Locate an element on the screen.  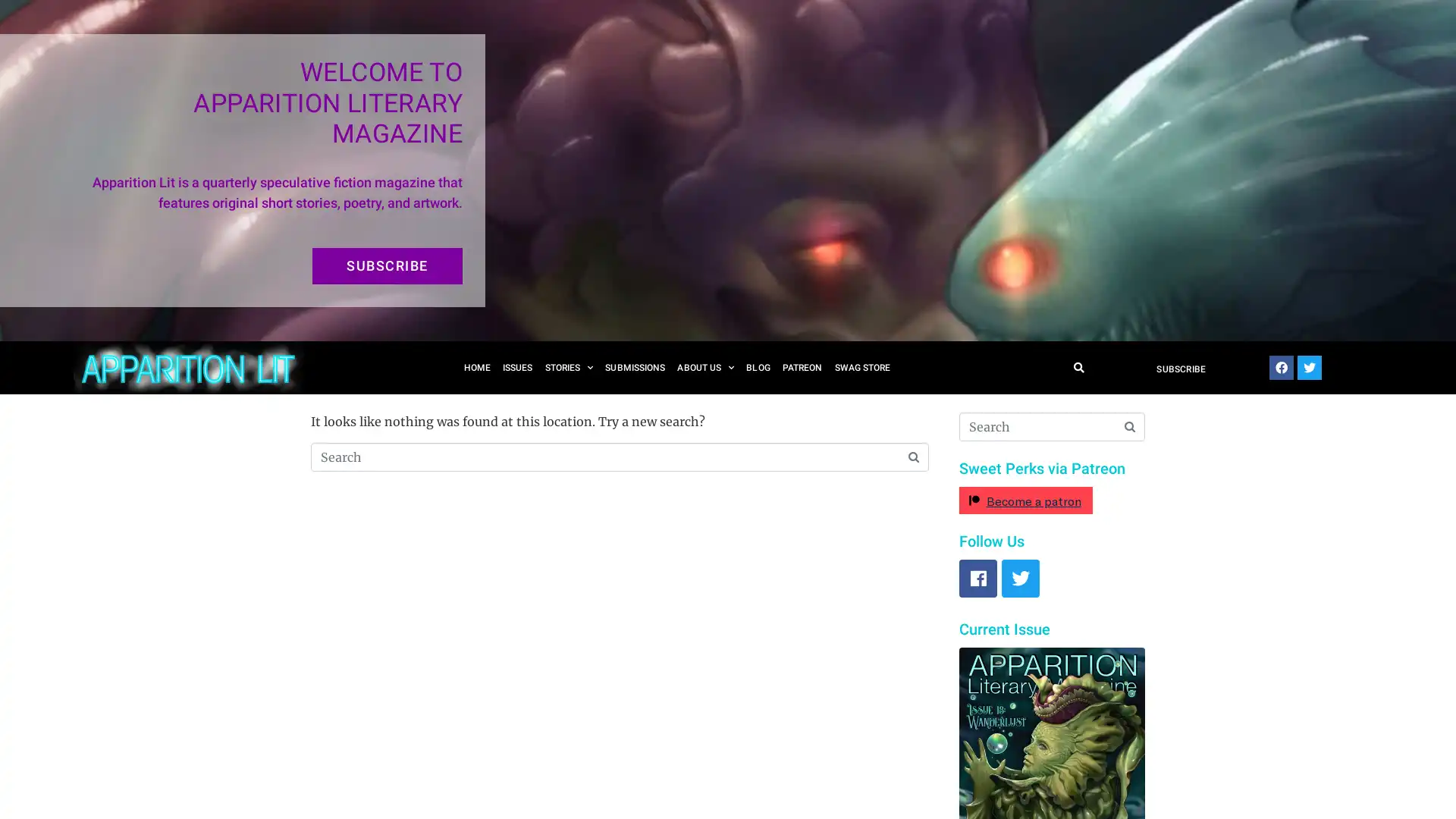
SUBSCRIBE is located at coordinates (387, 265).